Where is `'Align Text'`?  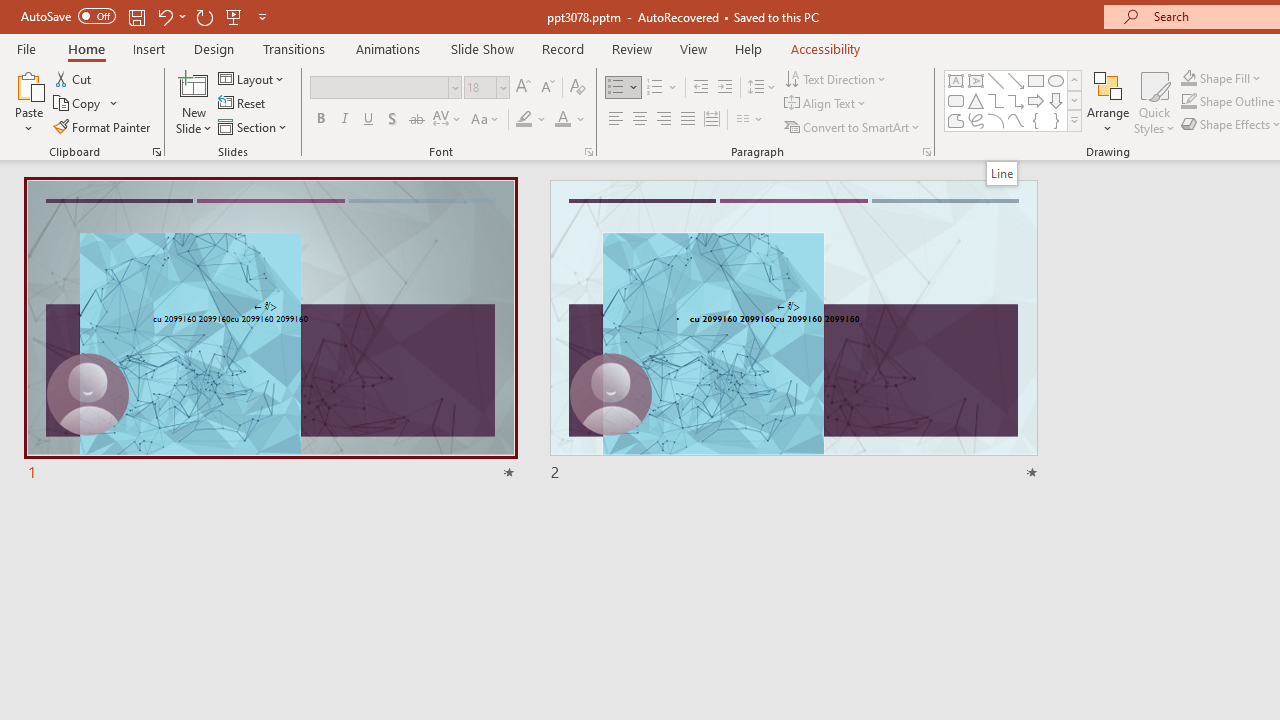 'Align Text' is located at coordinates (826, 103).